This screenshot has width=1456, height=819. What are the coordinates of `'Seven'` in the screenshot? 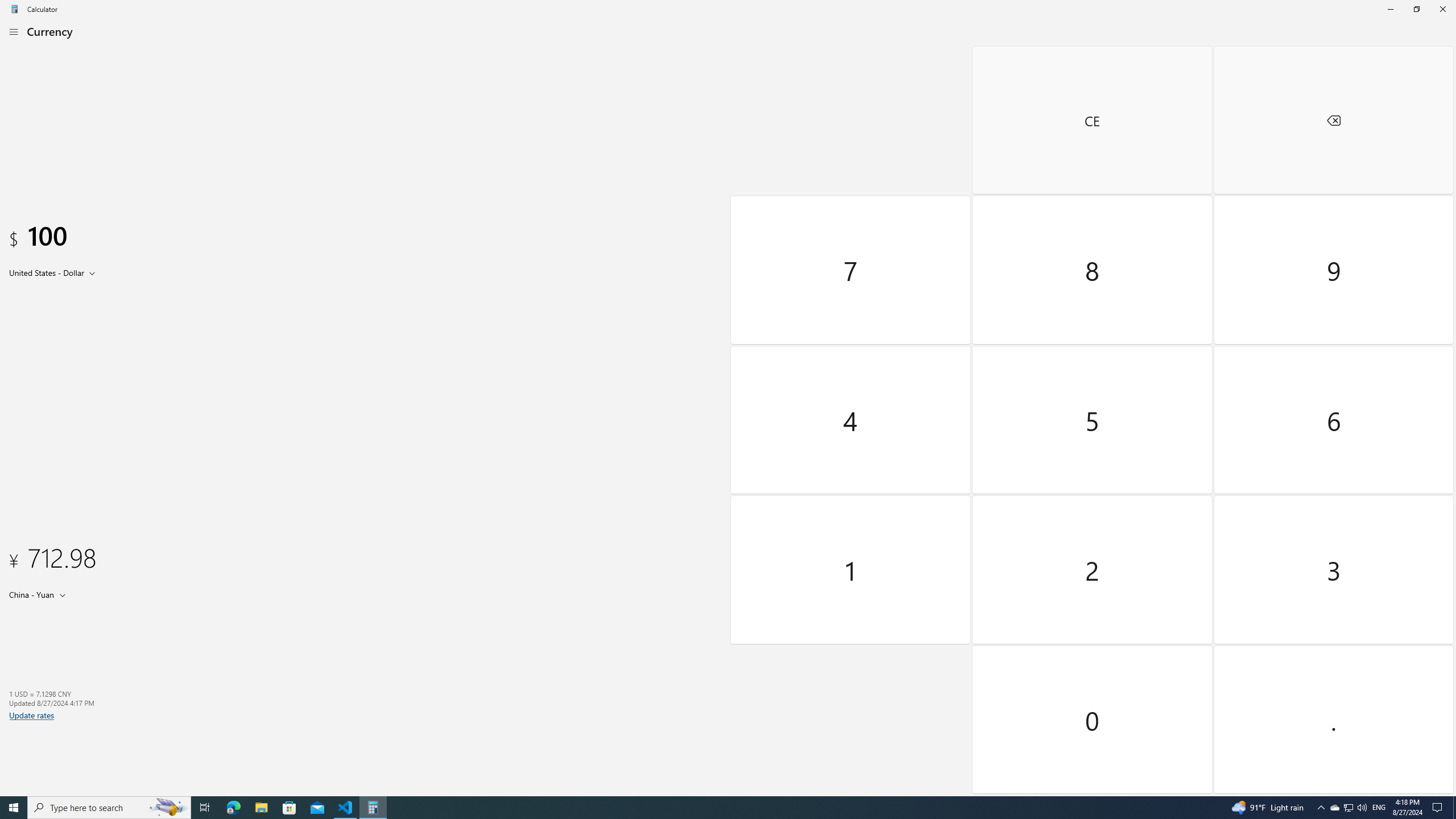 It's located at (851, 270).